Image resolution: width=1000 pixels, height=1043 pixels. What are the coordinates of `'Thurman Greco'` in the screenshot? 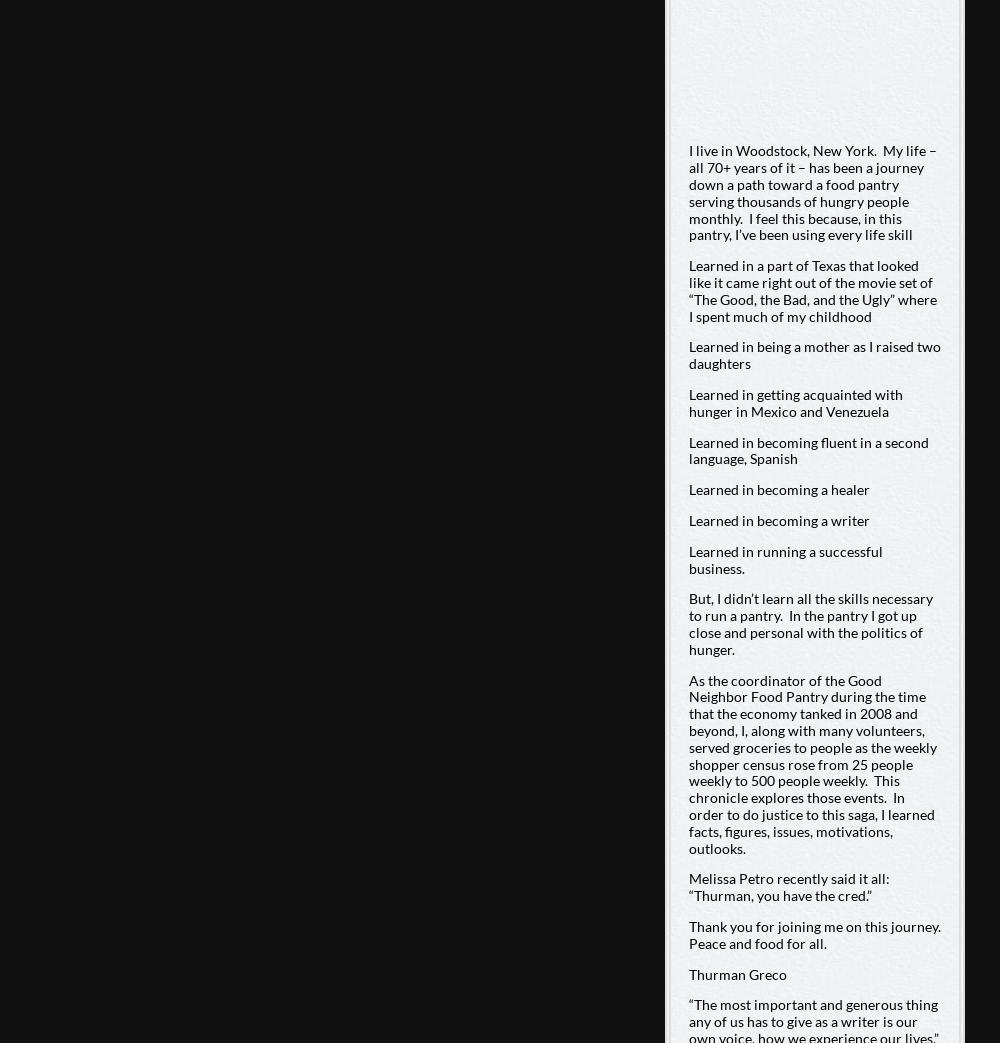 It's located at (736, 973).